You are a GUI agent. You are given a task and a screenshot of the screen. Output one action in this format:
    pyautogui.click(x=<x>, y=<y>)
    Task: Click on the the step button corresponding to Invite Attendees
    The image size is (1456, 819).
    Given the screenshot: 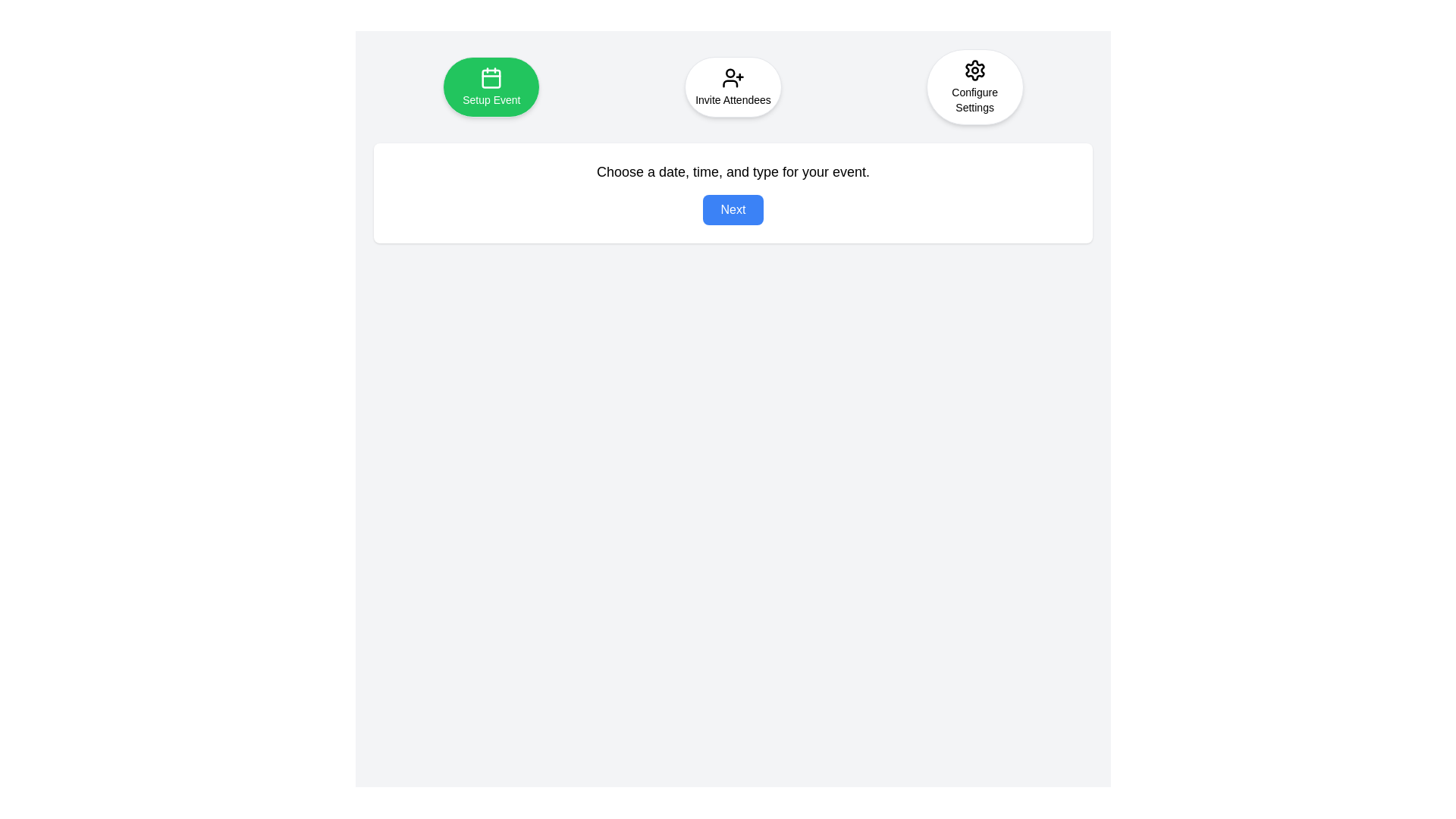 What is the action you would take?
    pyautogui.click(x=733, y=87)
    